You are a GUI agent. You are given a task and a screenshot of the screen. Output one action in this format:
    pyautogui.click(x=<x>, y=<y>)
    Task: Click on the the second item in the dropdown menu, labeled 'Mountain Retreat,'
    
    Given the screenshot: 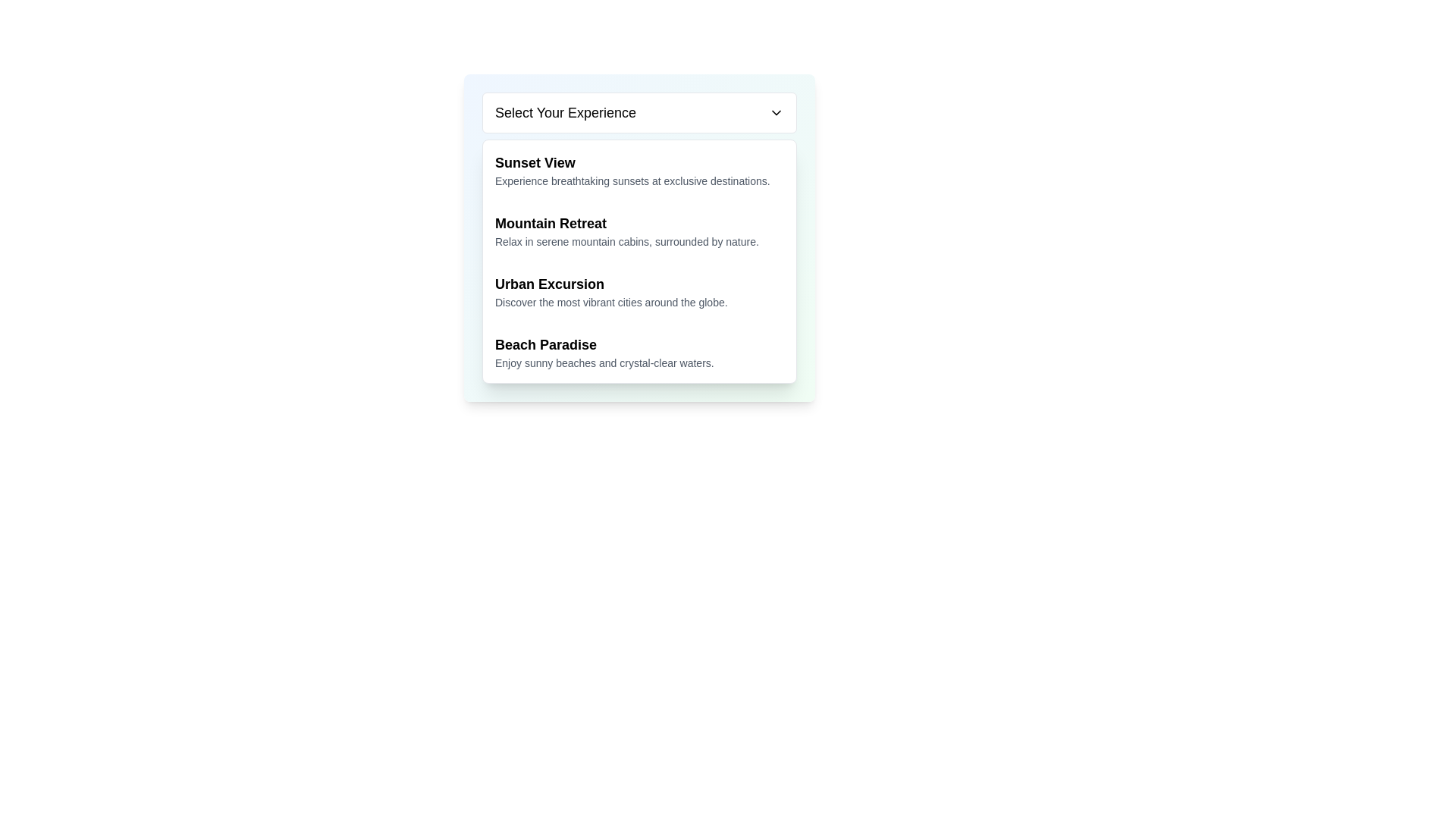 What is the action you would take?
    pyautogui.click(x=639, y=231)
    